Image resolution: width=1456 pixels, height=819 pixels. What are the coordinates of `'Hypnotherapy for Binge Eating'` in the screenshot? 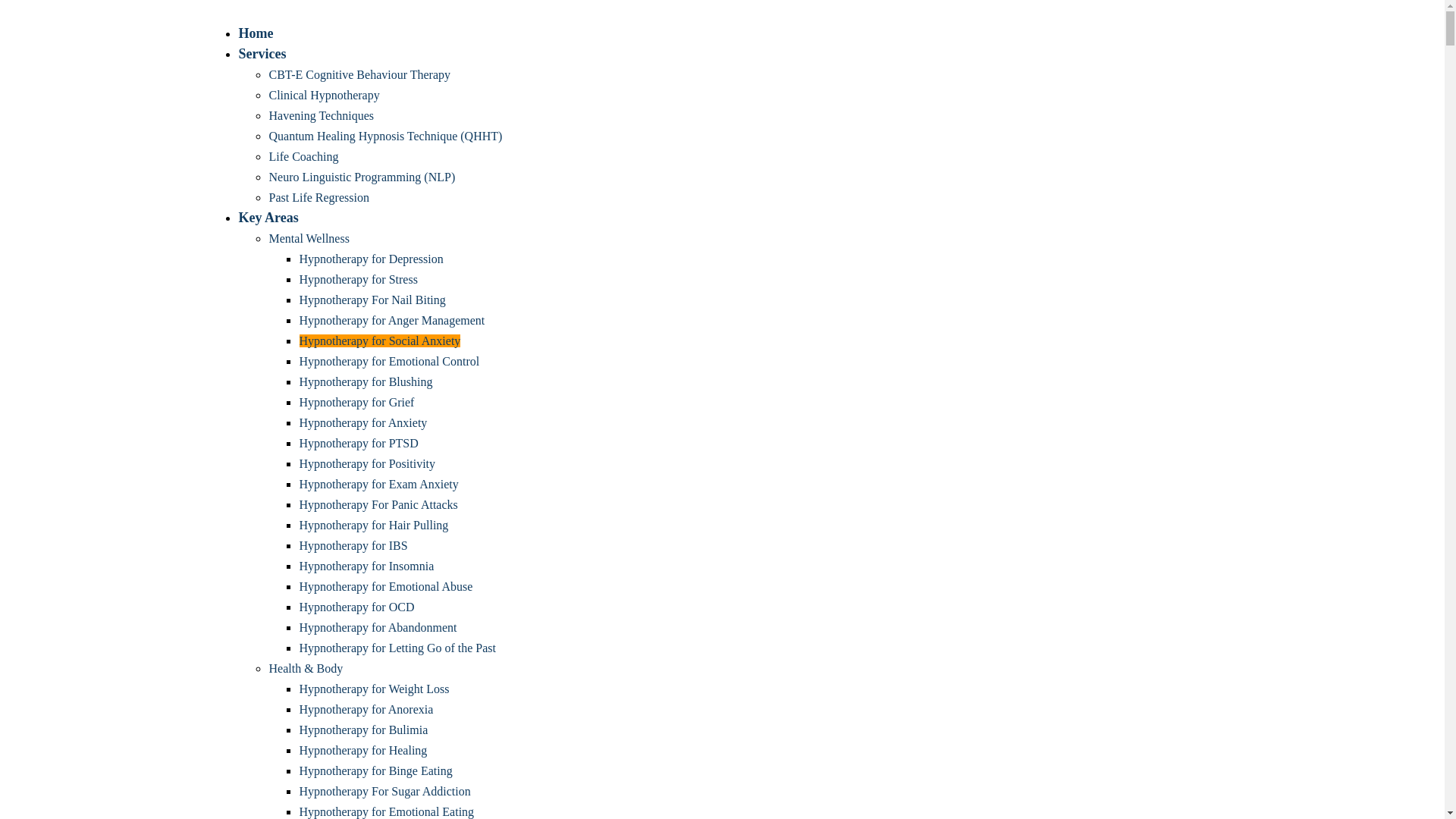 It's located at (375, 770).